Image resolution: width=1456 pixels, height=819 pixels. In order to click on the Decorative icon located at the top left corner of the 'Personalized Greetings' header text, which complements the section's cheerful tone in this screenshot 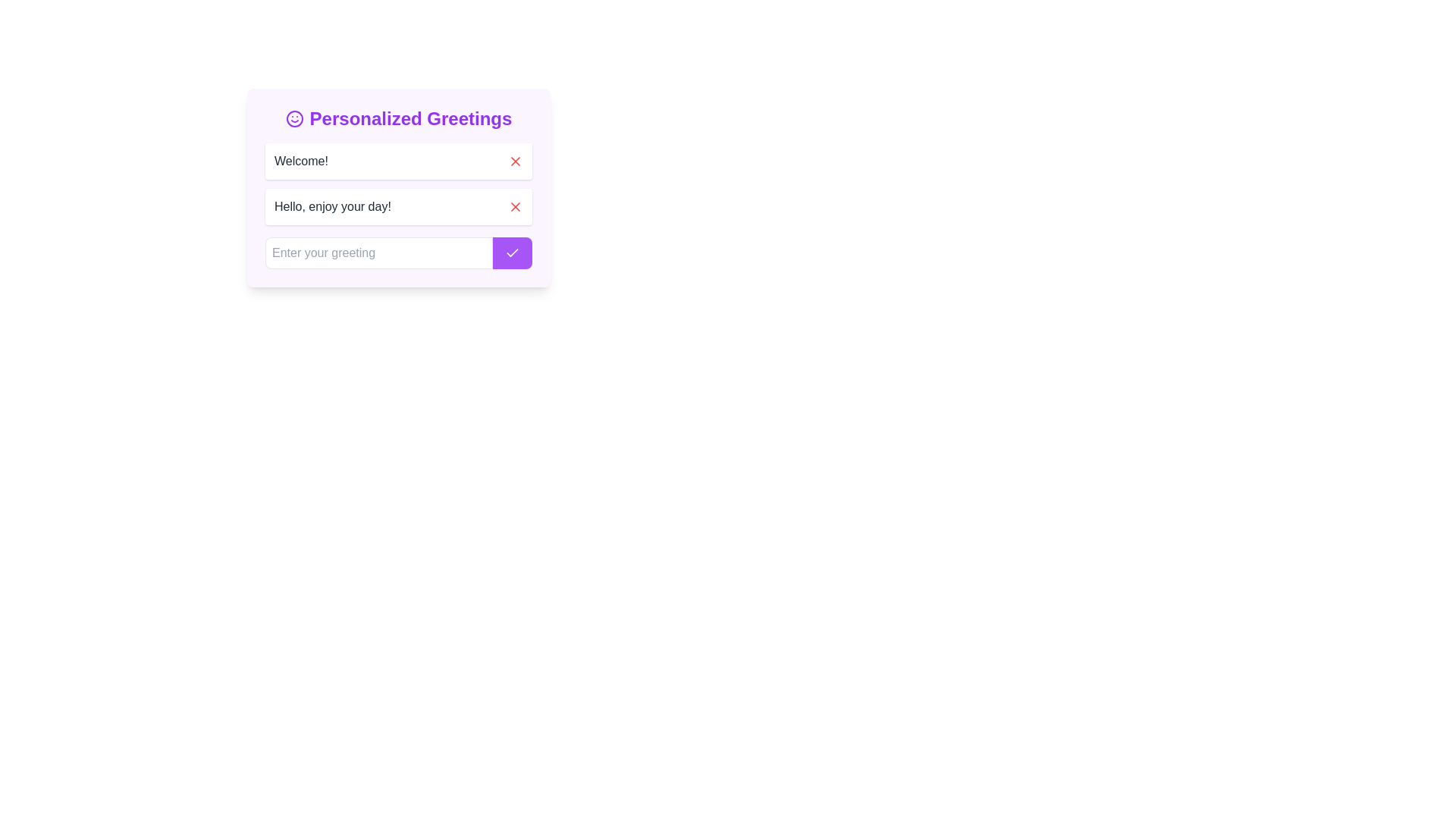, I will do `click(294, 118)`.